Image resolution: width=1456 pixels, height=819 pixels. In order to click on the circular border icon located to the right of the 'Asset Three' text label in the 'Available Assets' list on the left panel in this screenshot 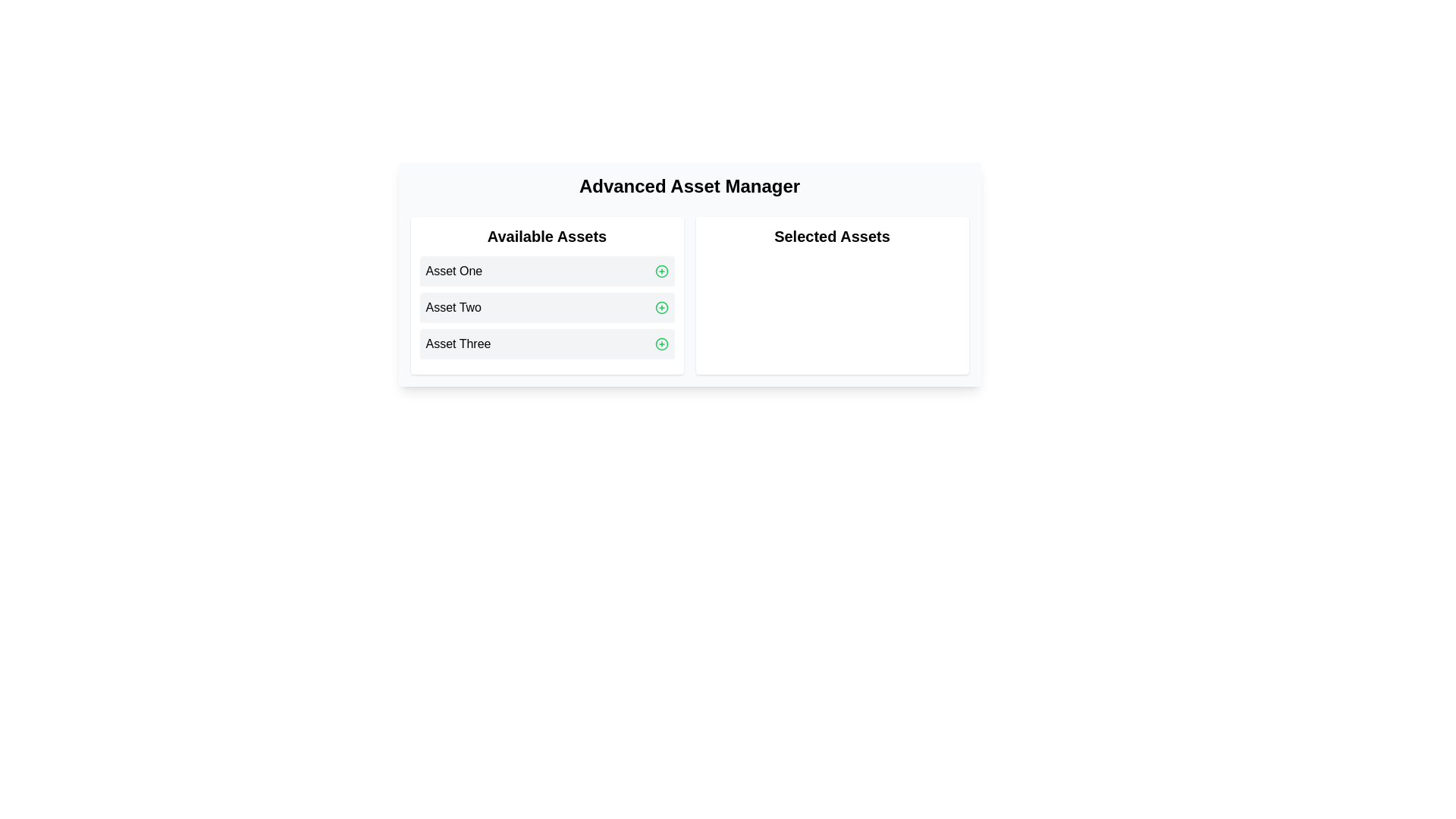, I will do `click(661, 344)`.